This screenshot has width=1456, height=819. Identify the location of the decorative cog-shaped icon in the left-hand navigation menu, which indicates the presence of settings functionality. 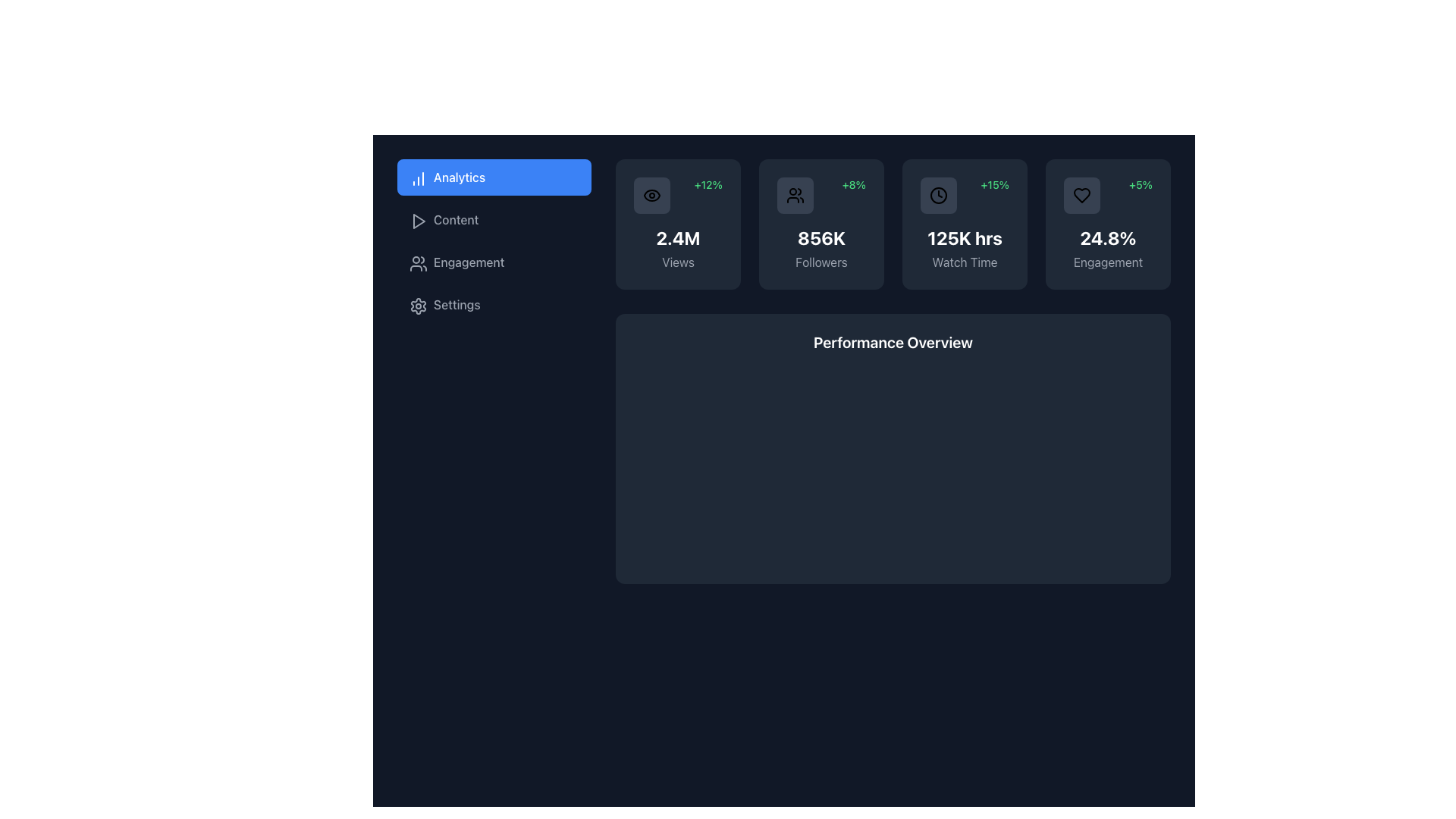
(419, 306).